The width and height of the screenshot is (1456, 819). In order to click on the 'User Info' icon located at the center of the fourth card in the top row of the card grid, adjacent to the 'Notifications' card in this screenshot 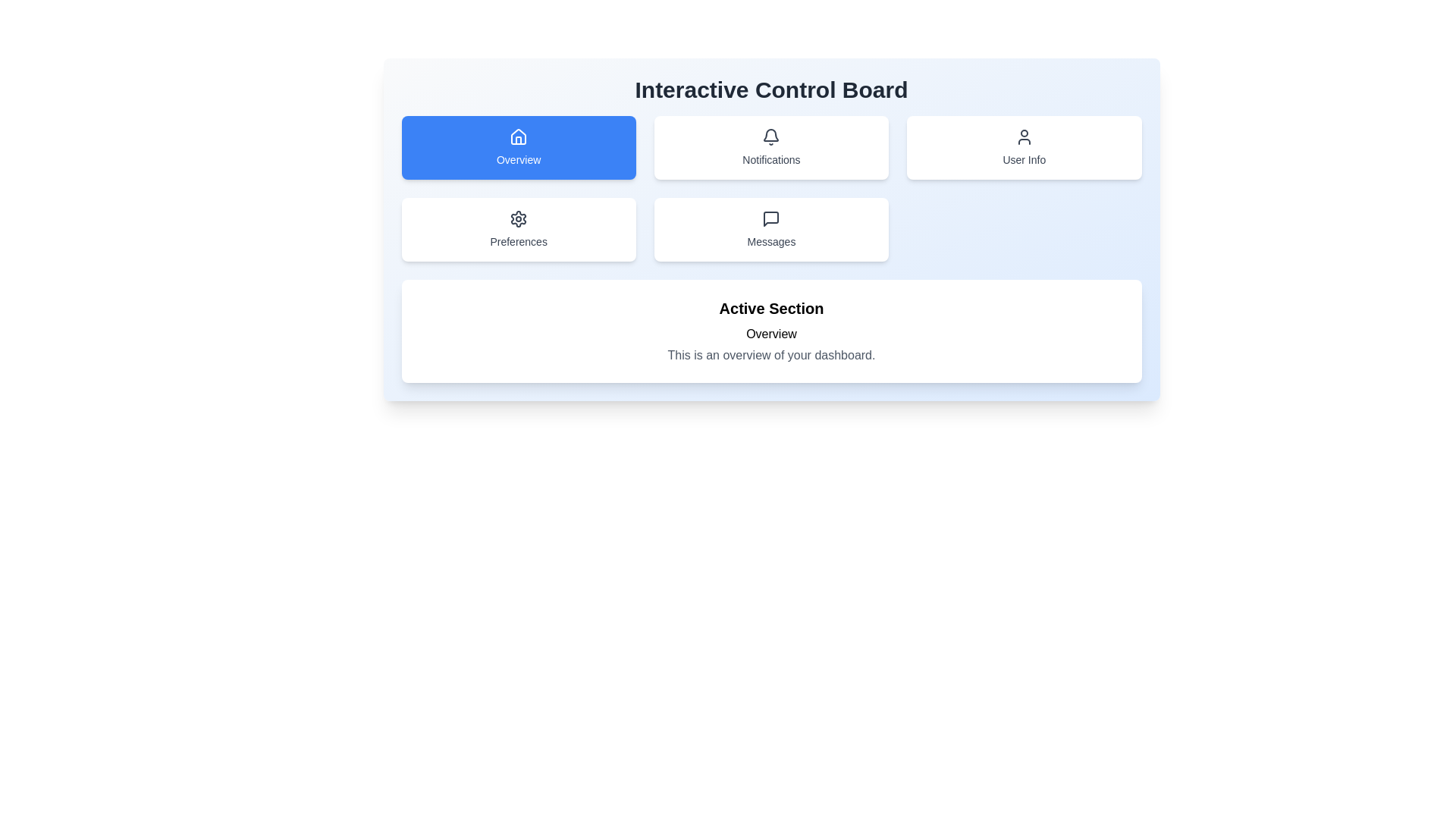, I will do `click(1024, 137)`.